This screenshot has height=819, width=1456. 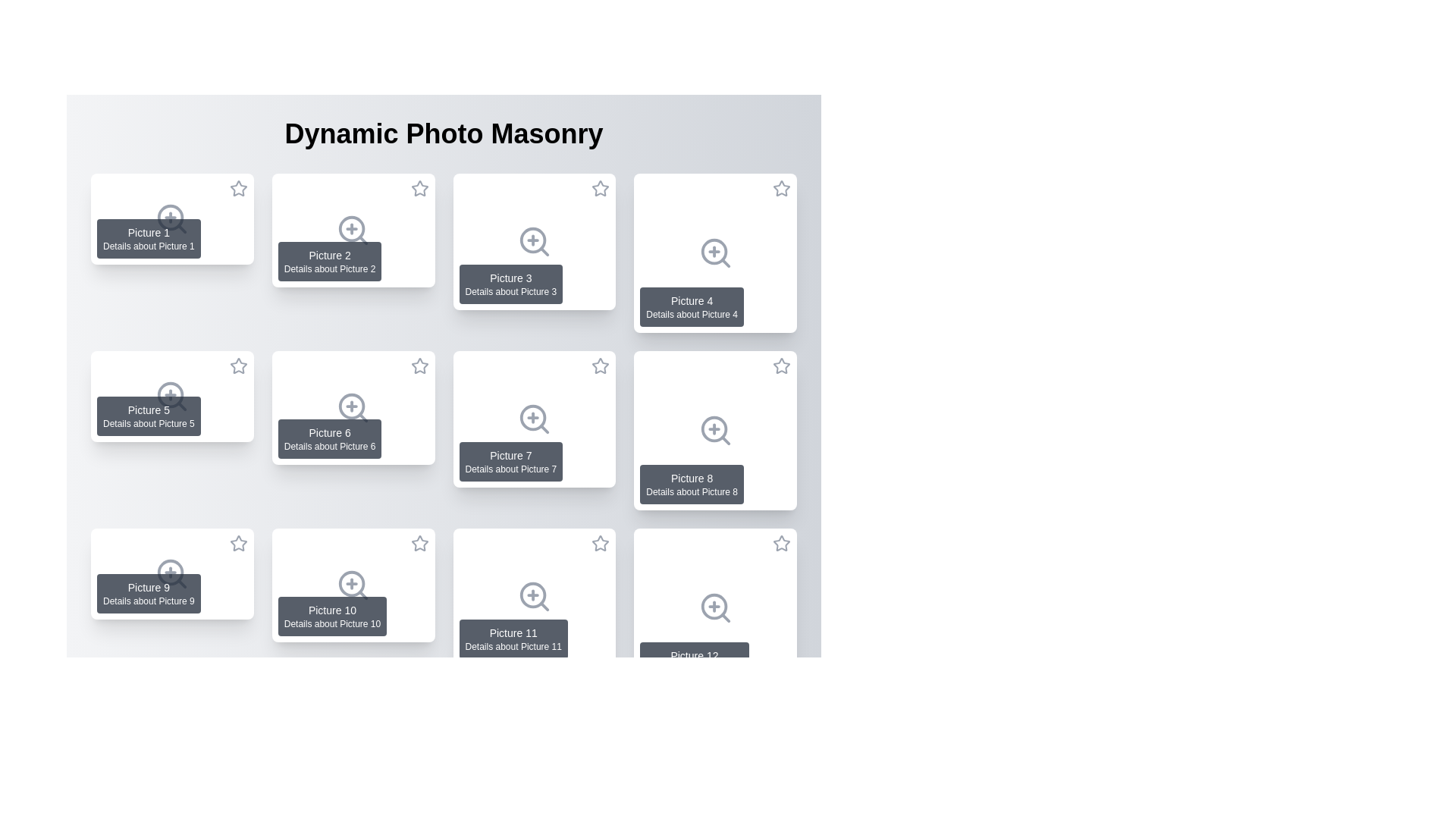 I want to click on the favorite or bookmark toggle button located in the upper-right corner of the card titled 'Picture 6', so click(x=419, y=369).